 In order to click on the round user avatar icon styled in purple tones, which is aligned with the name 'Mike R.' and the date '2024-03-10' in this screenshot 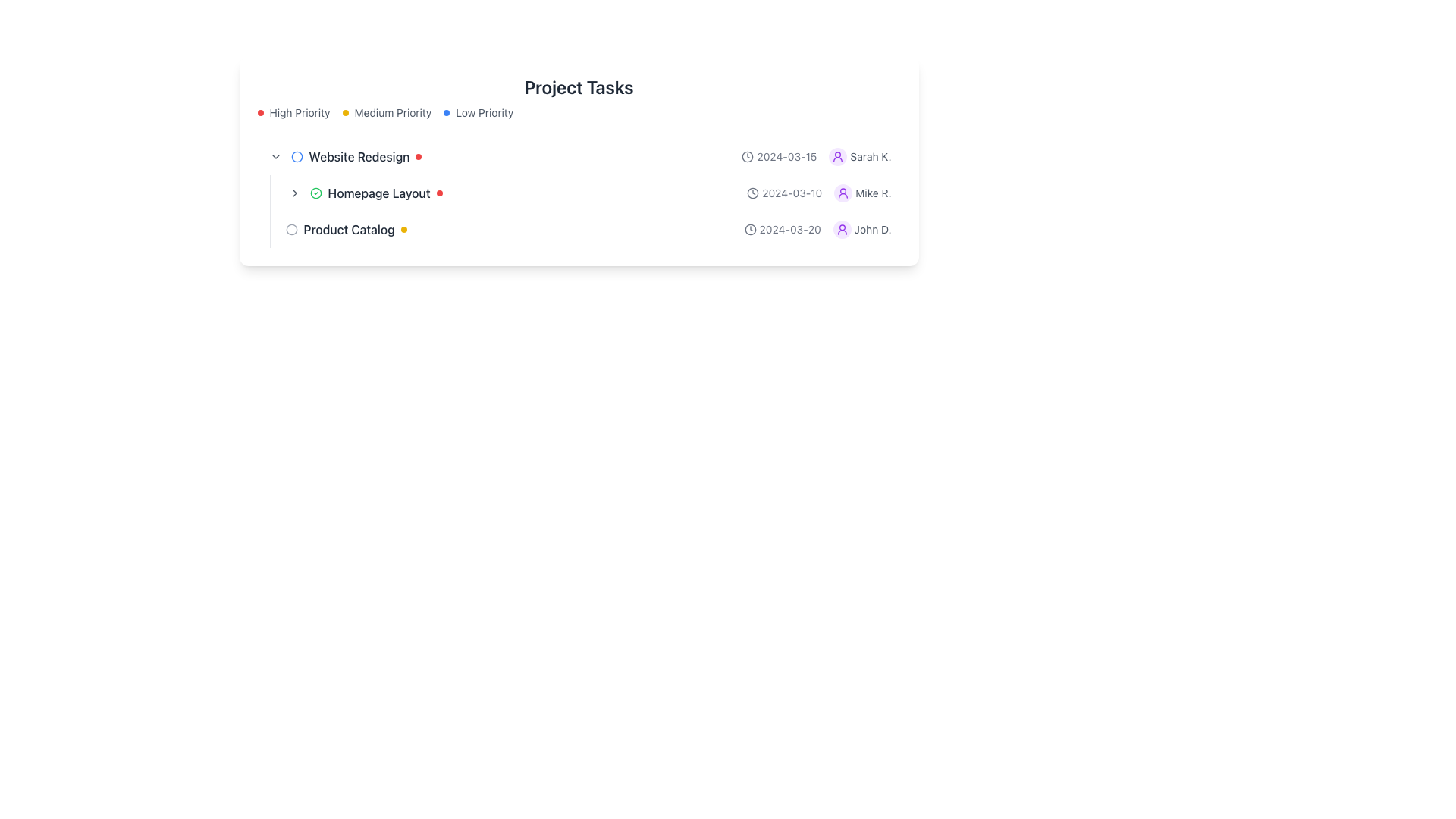, I will do `click(837, 157)`.